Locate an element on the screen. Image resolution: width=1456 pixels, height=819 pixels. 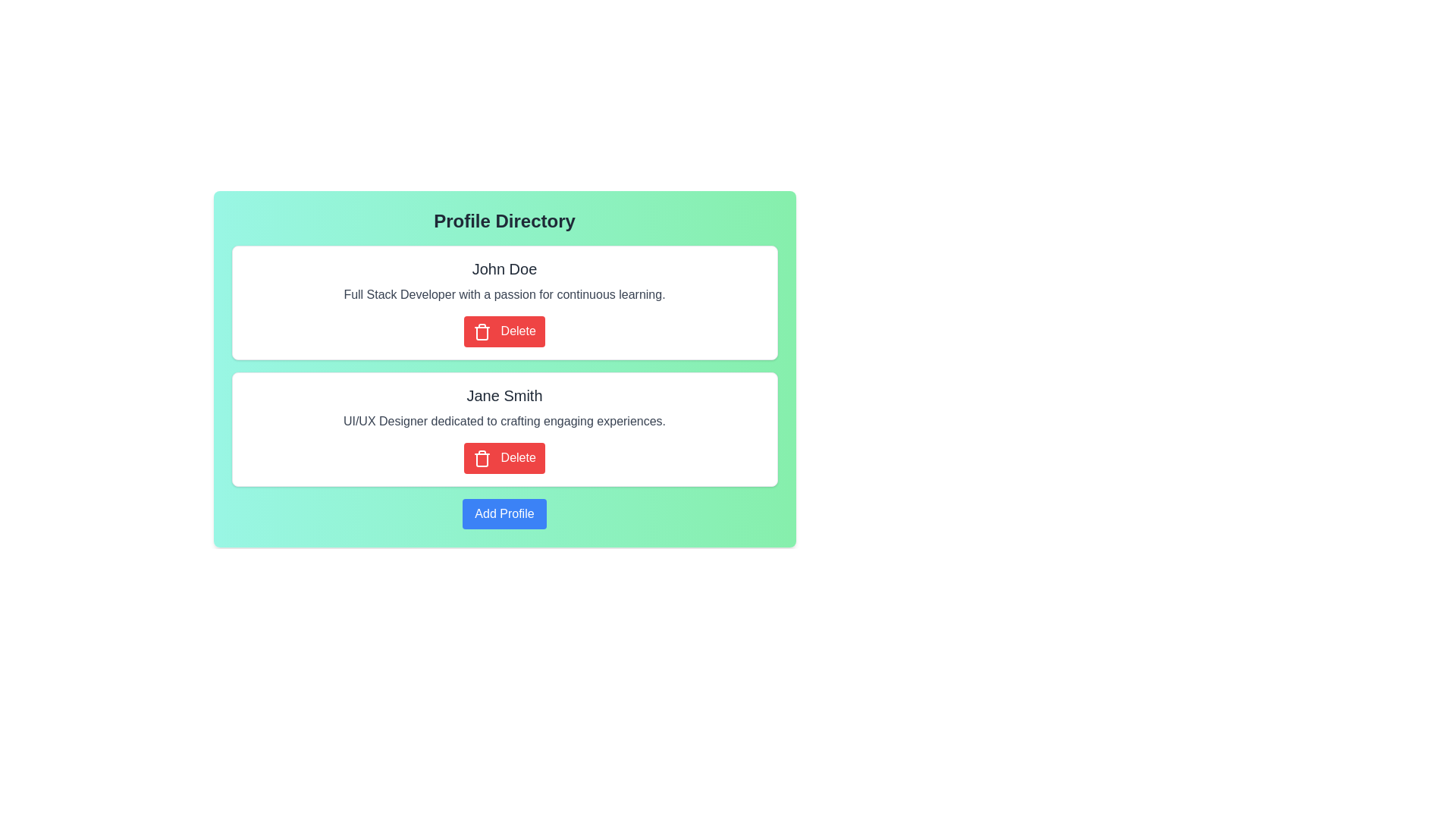
the text heading displaying 'Profile Directory' in bold, large black font, located at the top of the card-like interface with a gradient background is located at coordinates (504, 221).